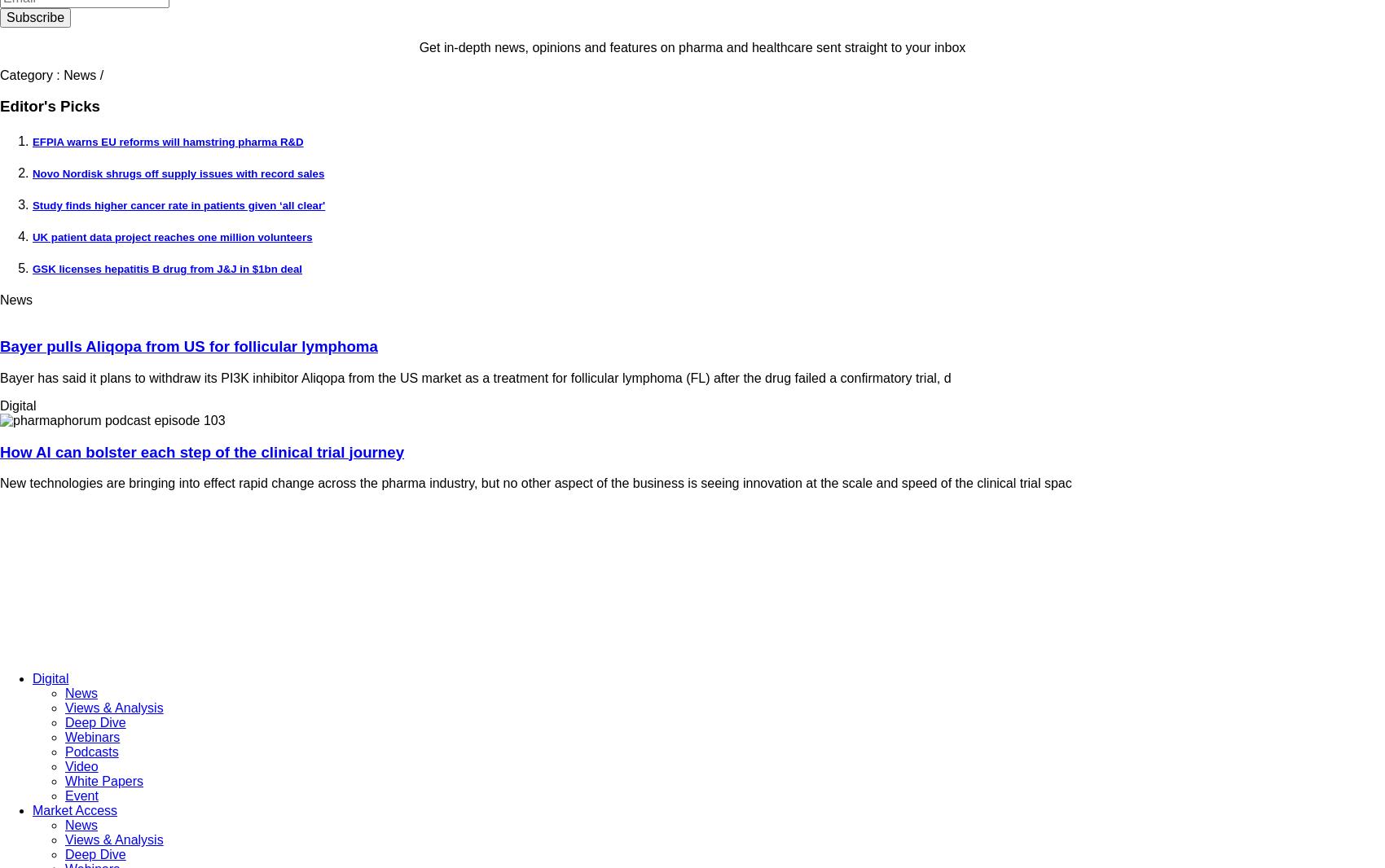 The width and height of the screenshot is (1385, 868). Describe the element at coordinates (90, 752) in the screenshot. I see `'Podcasts'` at that location.